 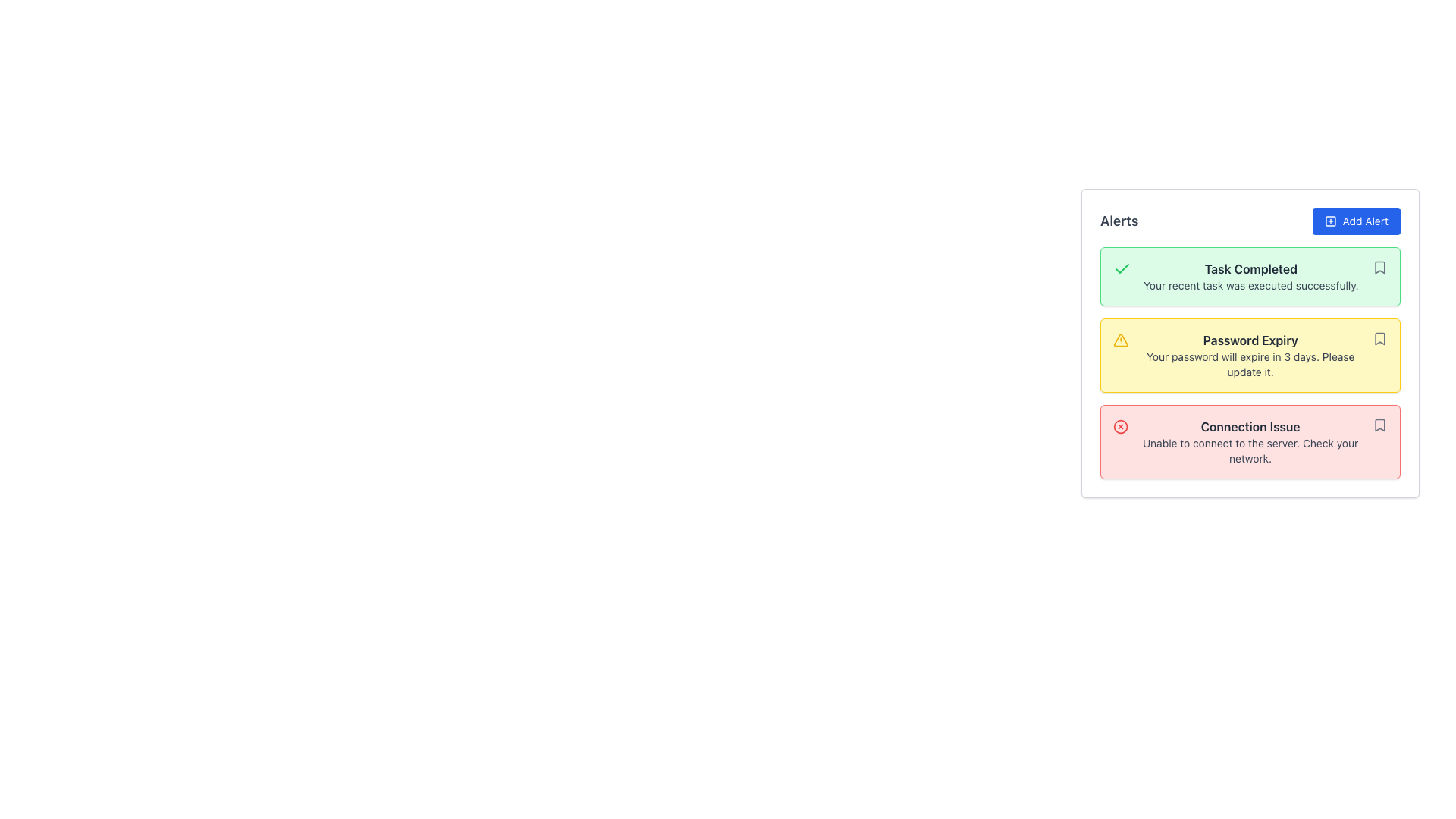 What do you see at coordinates (1121, 339) in the screenshot?
I see `the yellow triangular warning icon located to the left of the 'Password Expiry' text within the alert card` at bounding box center [1121, 339].